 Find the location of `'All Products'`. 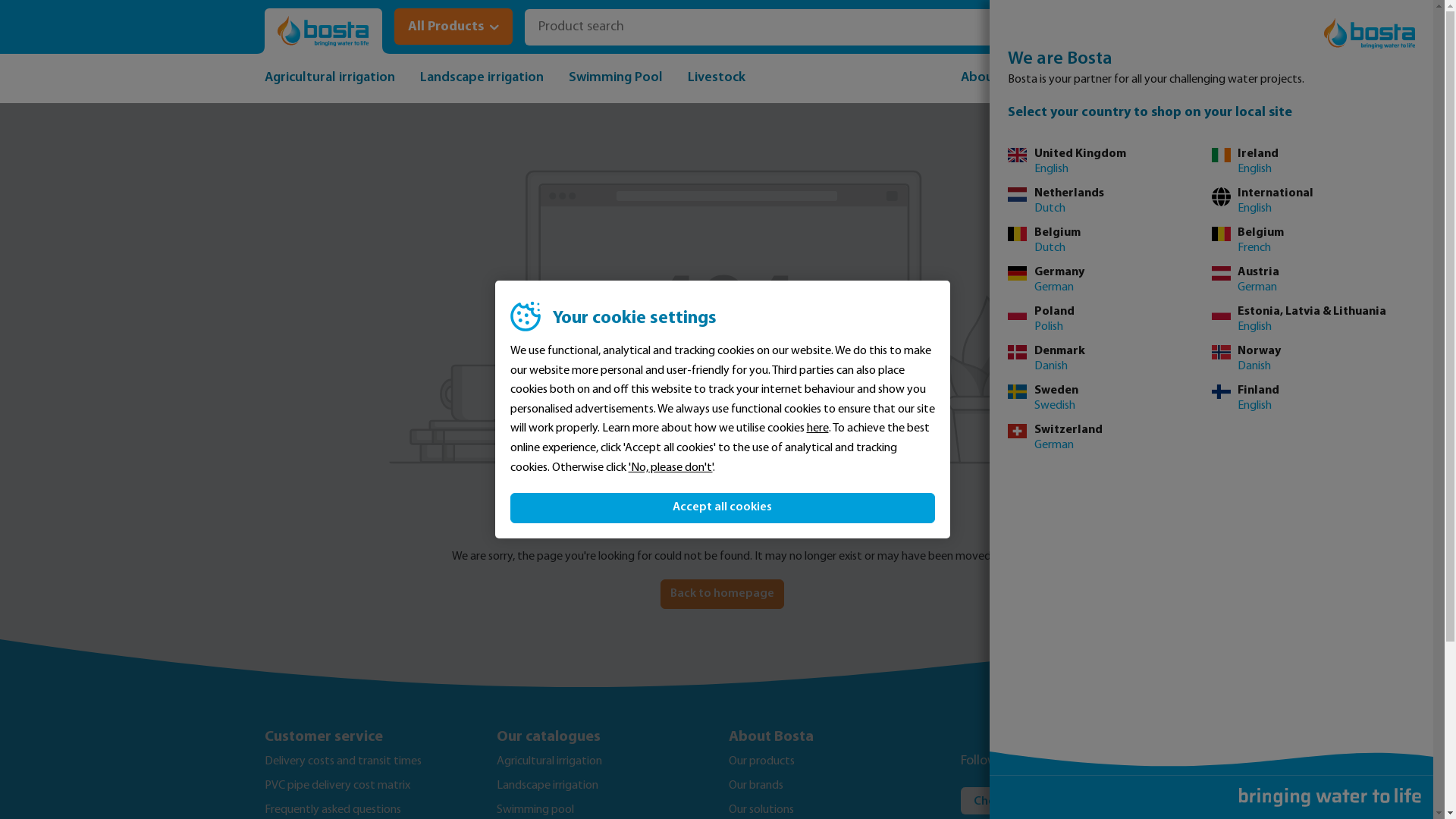

'All Products' is located at coordinates (394, 31).